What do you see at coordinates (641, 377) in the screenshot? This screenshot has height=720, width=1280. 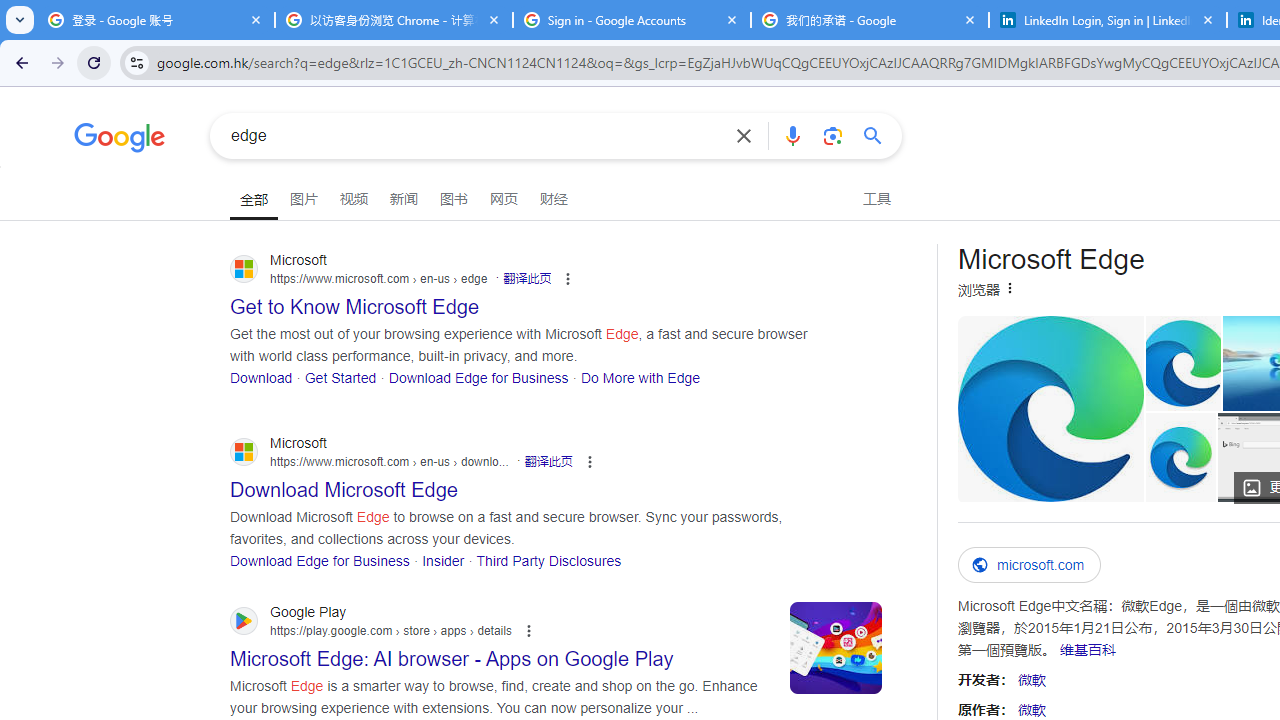 I see `'Do More with Edge'` at bounding box center [641, 377].